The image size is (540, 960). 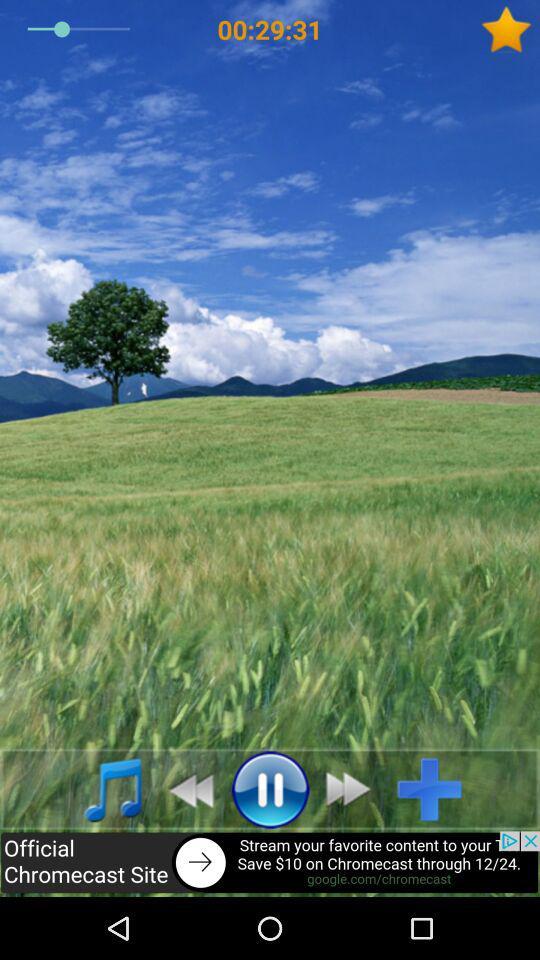 What do you see at coordinates (102, 789) in the screenshot?
I see `music` at bounding box center [102, 789].